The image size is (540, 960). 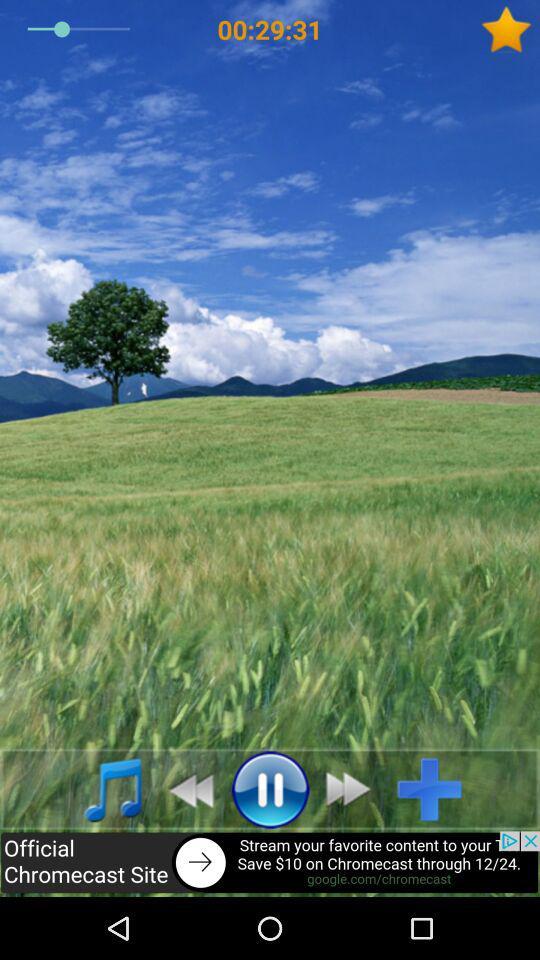 What do you see at coordinates (102, 789) in the screenshot?
I see `music` at bounding box center [102, 789].